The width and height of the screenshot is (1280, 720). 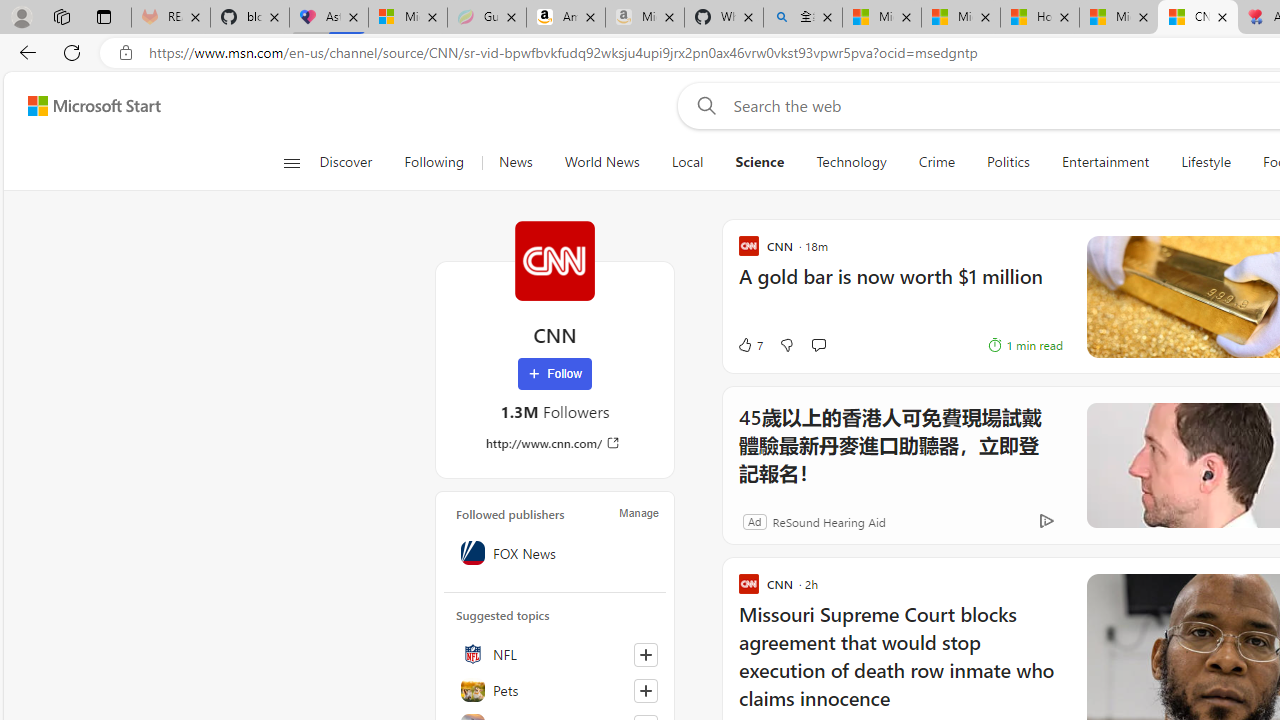 What do you see at coordinates (554, 442) in the screenshot?
I see `'http://www.cnn.com/'` at bounding box center [554, 442].